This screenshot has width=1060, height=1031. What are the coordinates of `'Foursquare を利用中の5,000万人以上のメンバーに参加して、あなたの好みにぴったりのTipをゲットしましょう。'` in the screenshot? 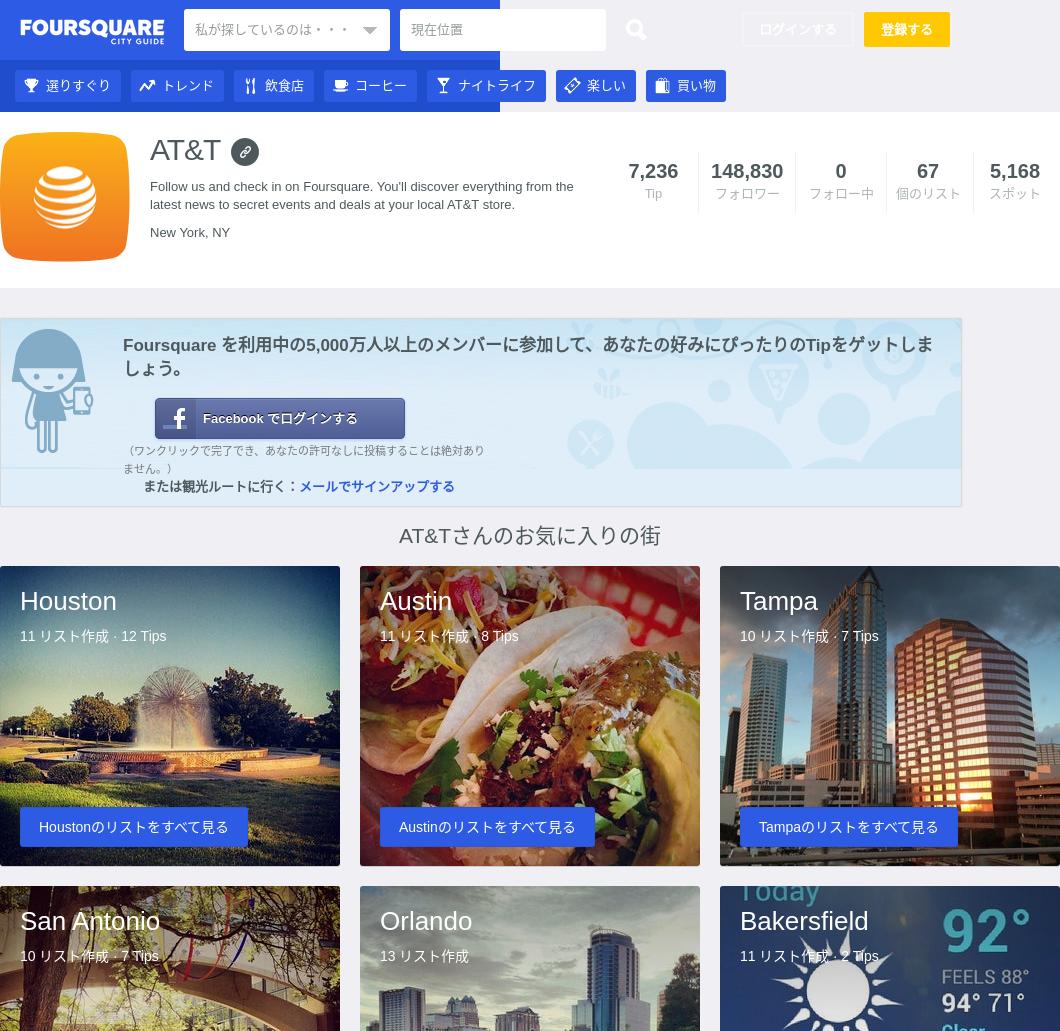 It's located at (526, 356).